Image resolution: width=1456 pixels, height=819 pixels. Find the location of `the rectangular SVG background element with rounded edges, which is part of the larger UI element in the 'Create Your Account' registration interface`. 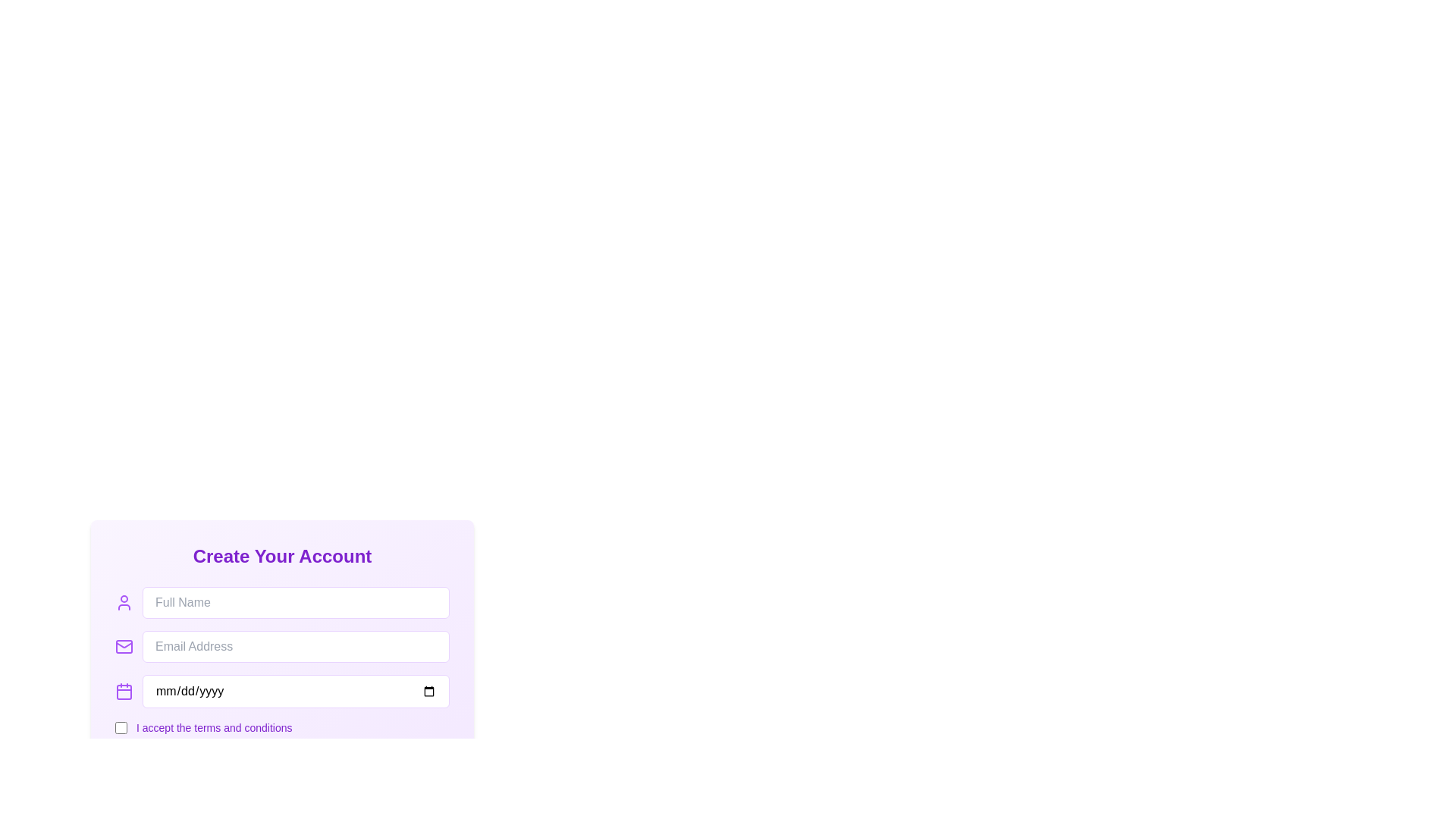

the rectangular SVG background element with rounded edges, which is part of the larger UI element in the 'Create Your Account' registration interface is located at coordinates (124, 646).